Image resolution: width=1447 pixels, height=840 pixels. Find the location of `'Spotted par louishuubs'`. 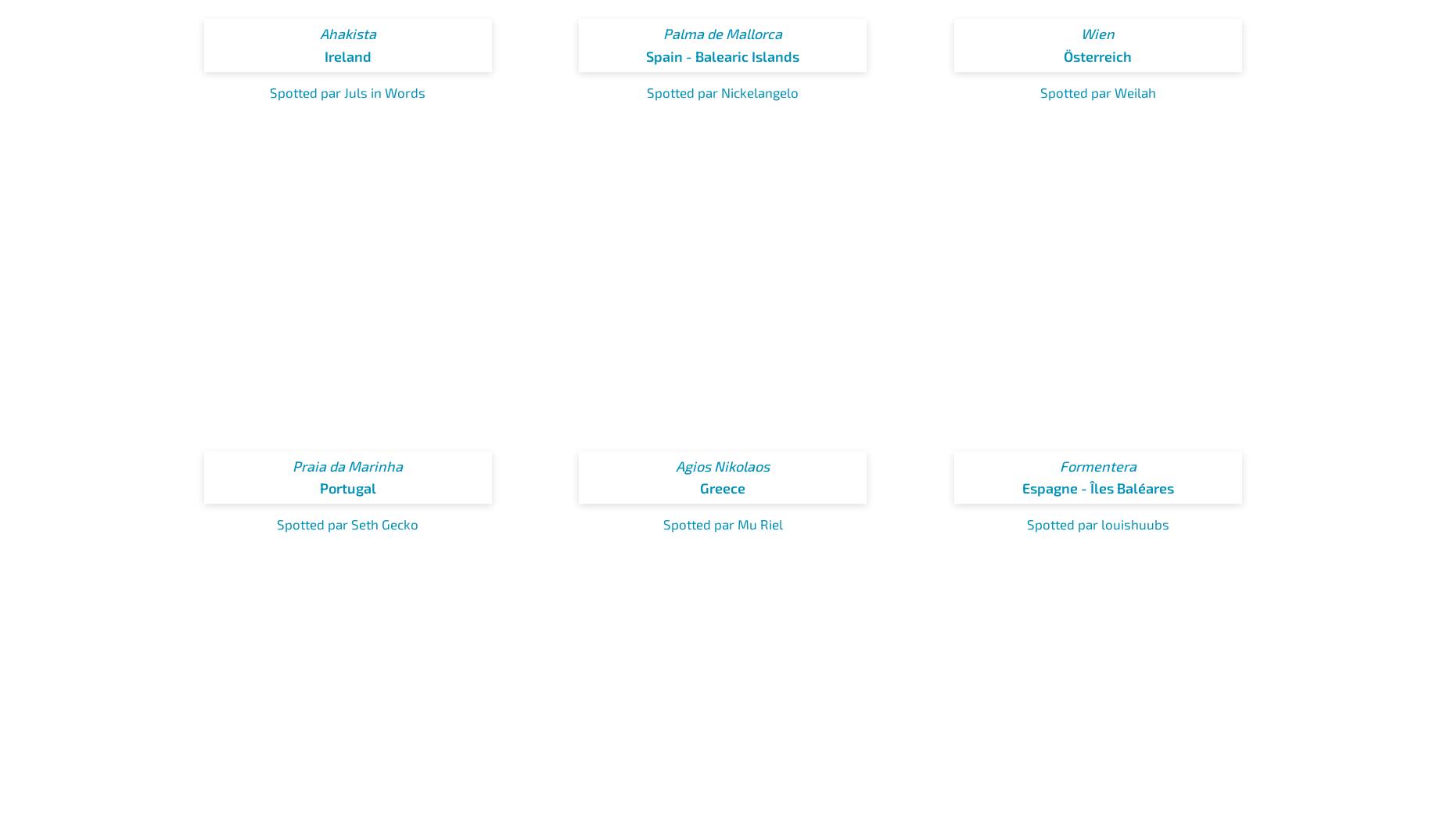

'Spotted par louishuubs' is located at coordinates (1025, 522).